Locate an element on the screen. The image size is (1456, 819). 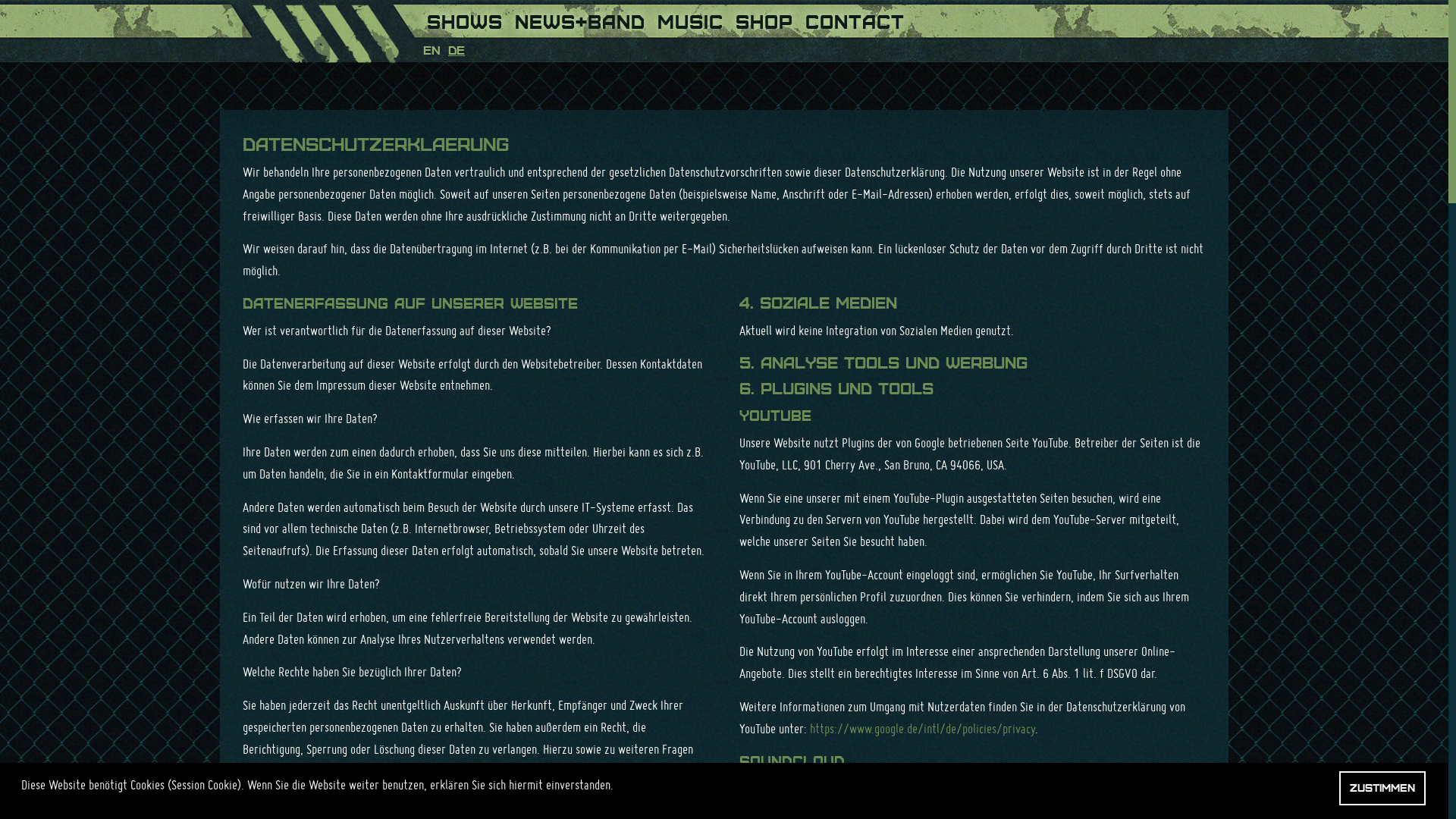
'NEWS+BAND' is located at coordinates (579, 18).